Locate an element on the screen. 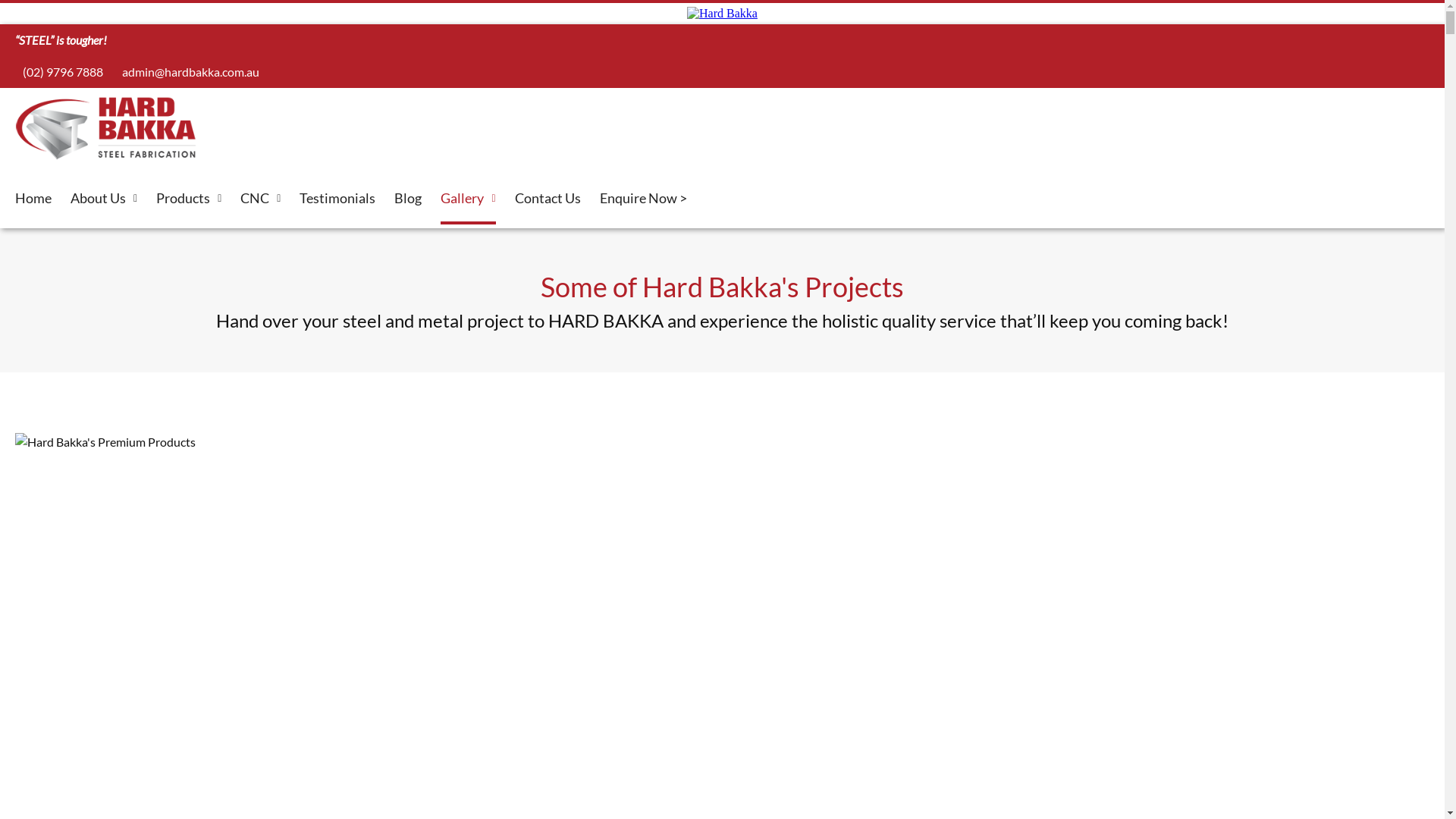  'admin@hardbakka.com.au' is located at coordinates (113, 71).